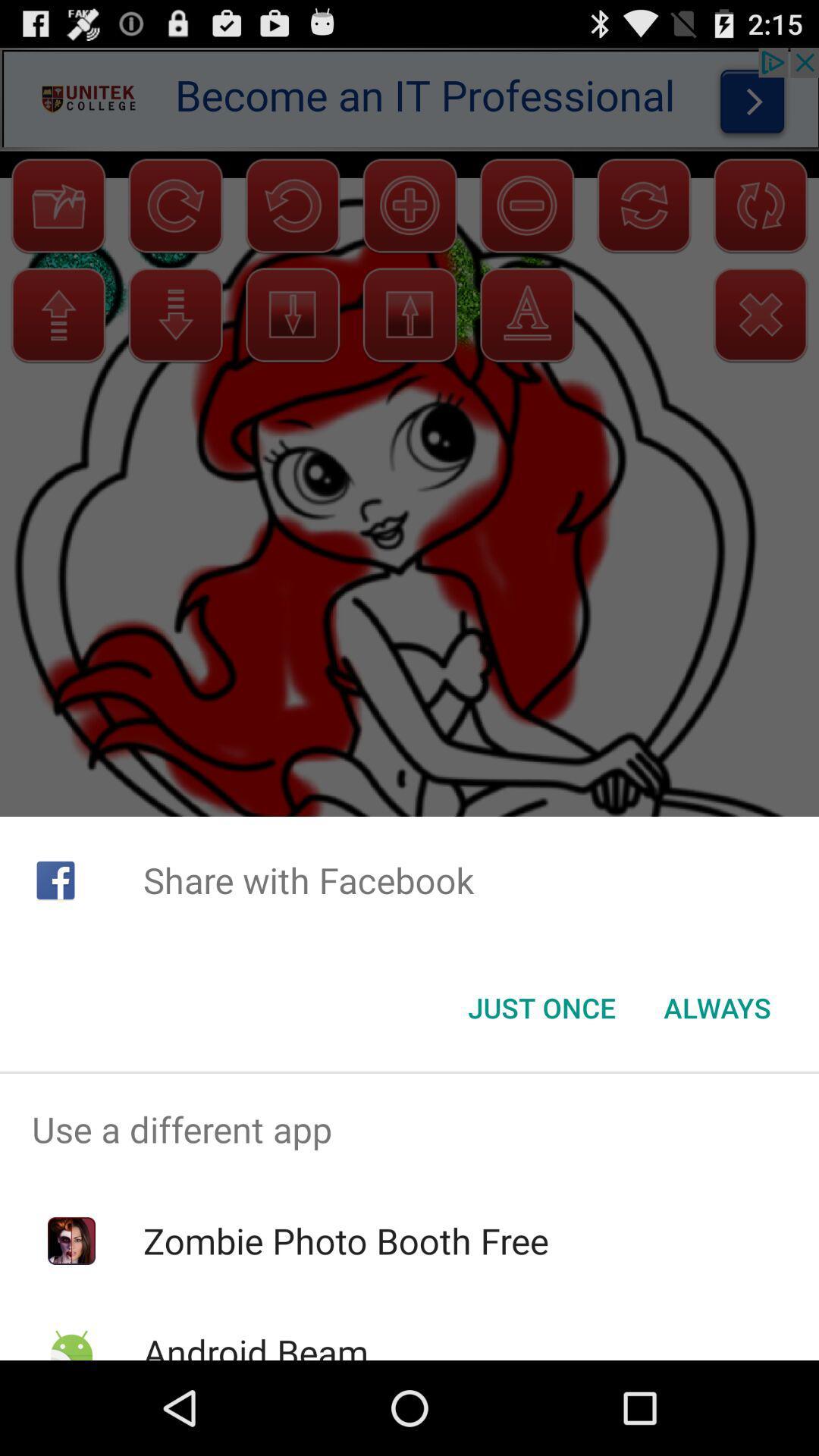 This screenshot has width=819, height=1456. I want to click on always at the bottom right corner, so click(717, 1008).